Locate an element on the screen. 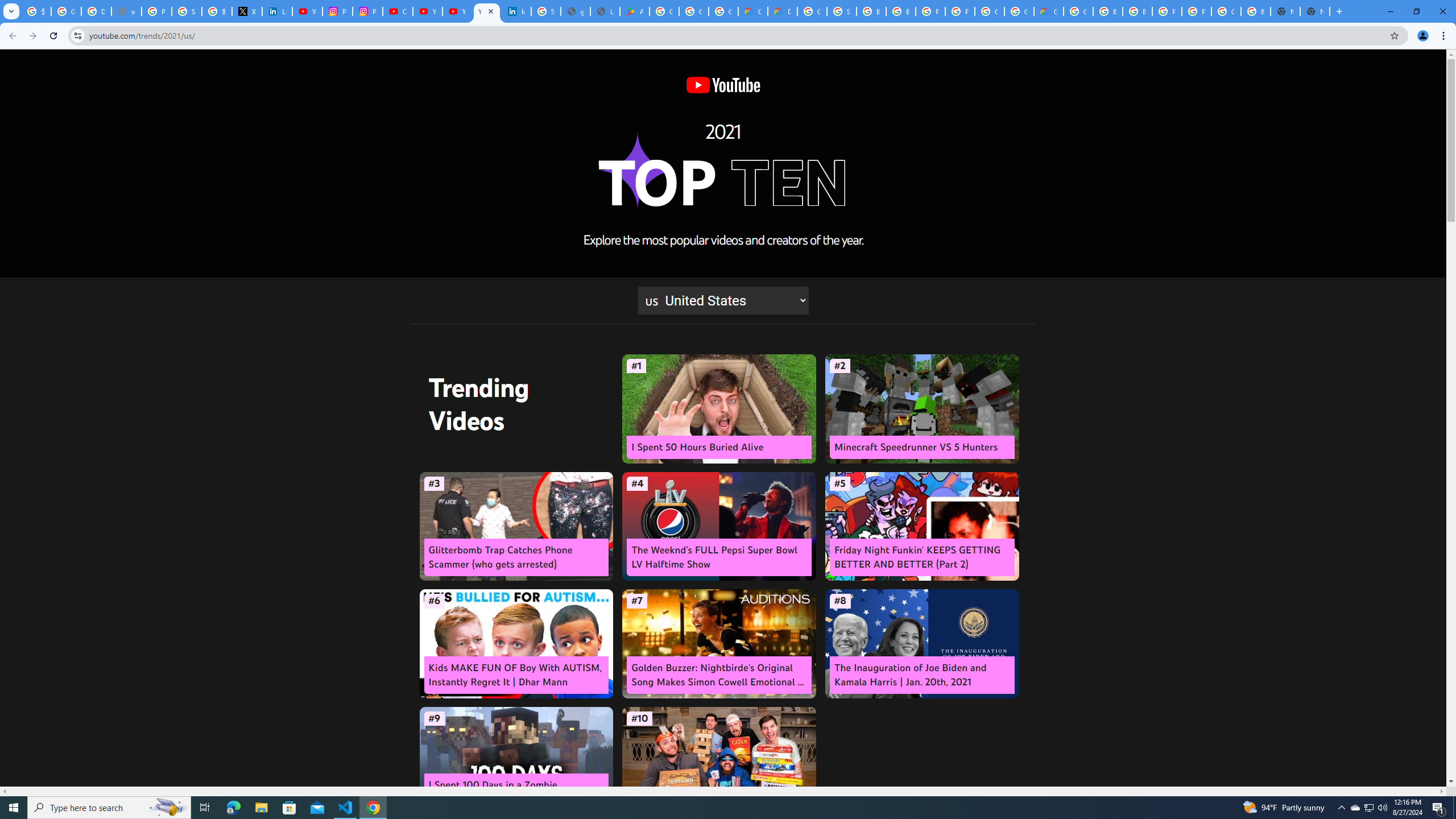 Image resolution: width=1456 pixels, height=819 pixels. 'New Tab' is located at coordinates (1314, 11).